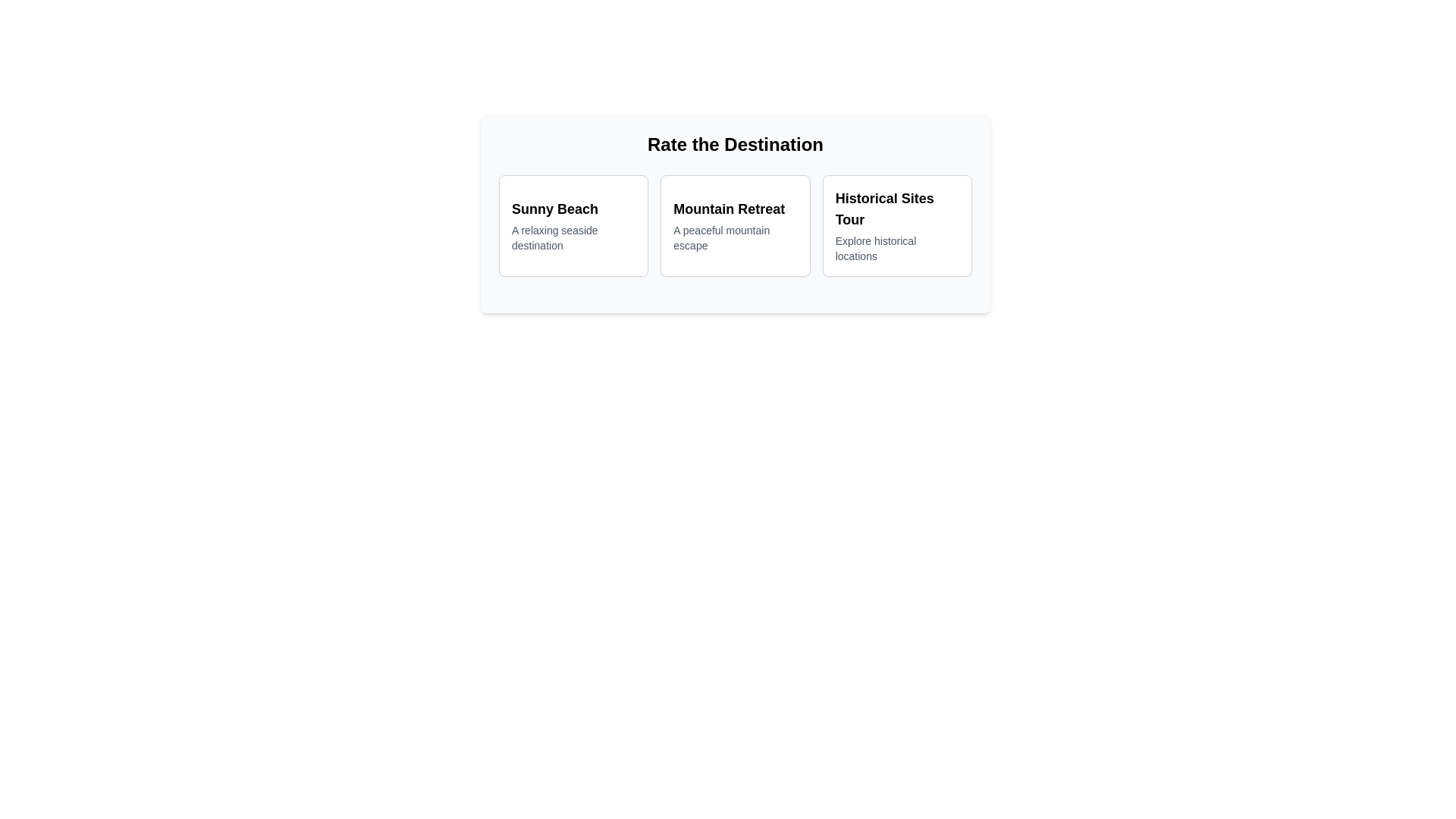 The width and height of the screenshot is (1456, 819). I want to click on the static text element reading 'Explore historical locations', which is styled in a small gray font and located within the card labeled 'Historical Sites Tour', so click(897, 247).